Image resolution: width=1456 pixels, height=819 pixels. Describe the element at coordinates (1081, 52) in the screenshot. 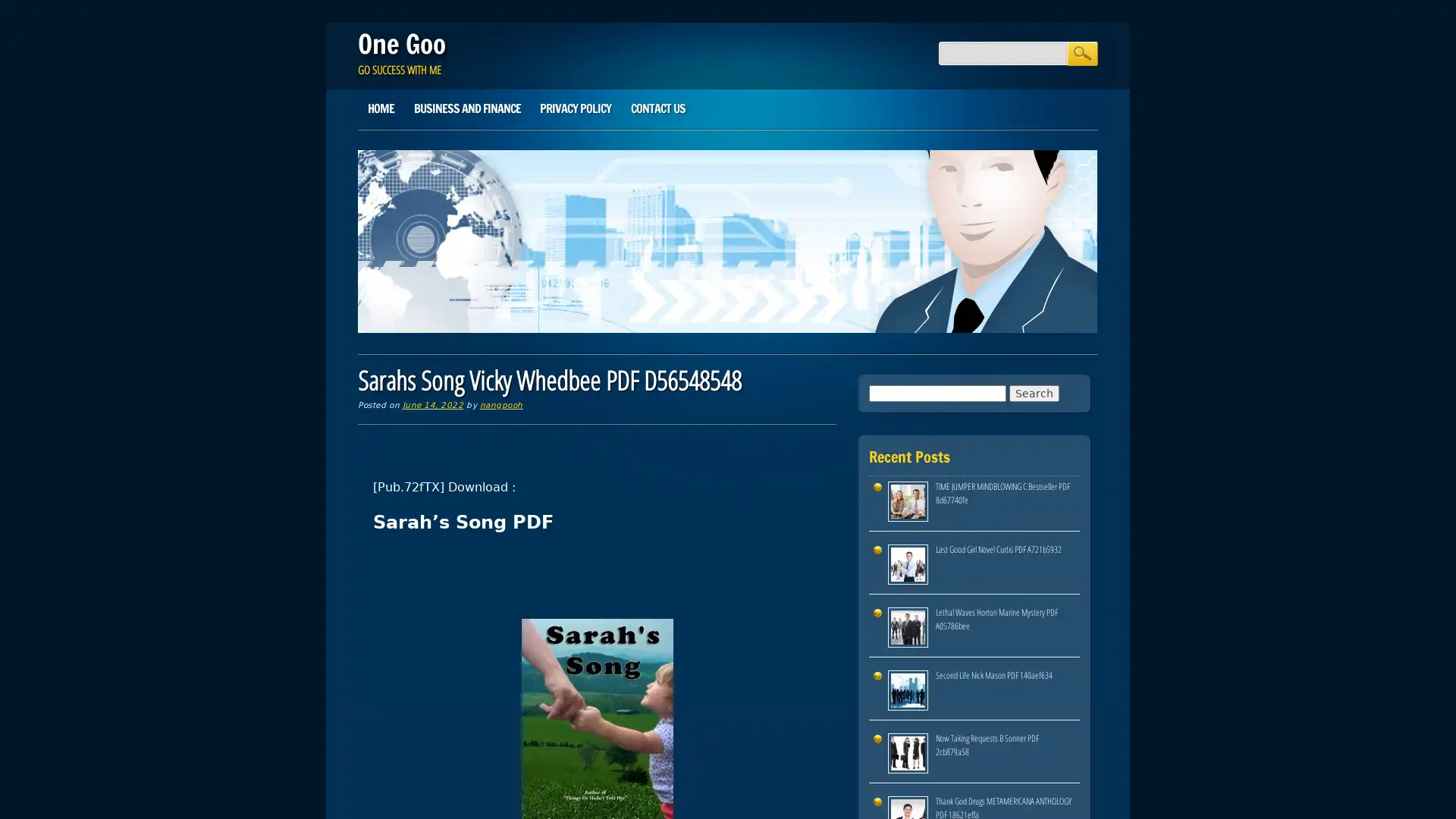

I see `Search` at that location.